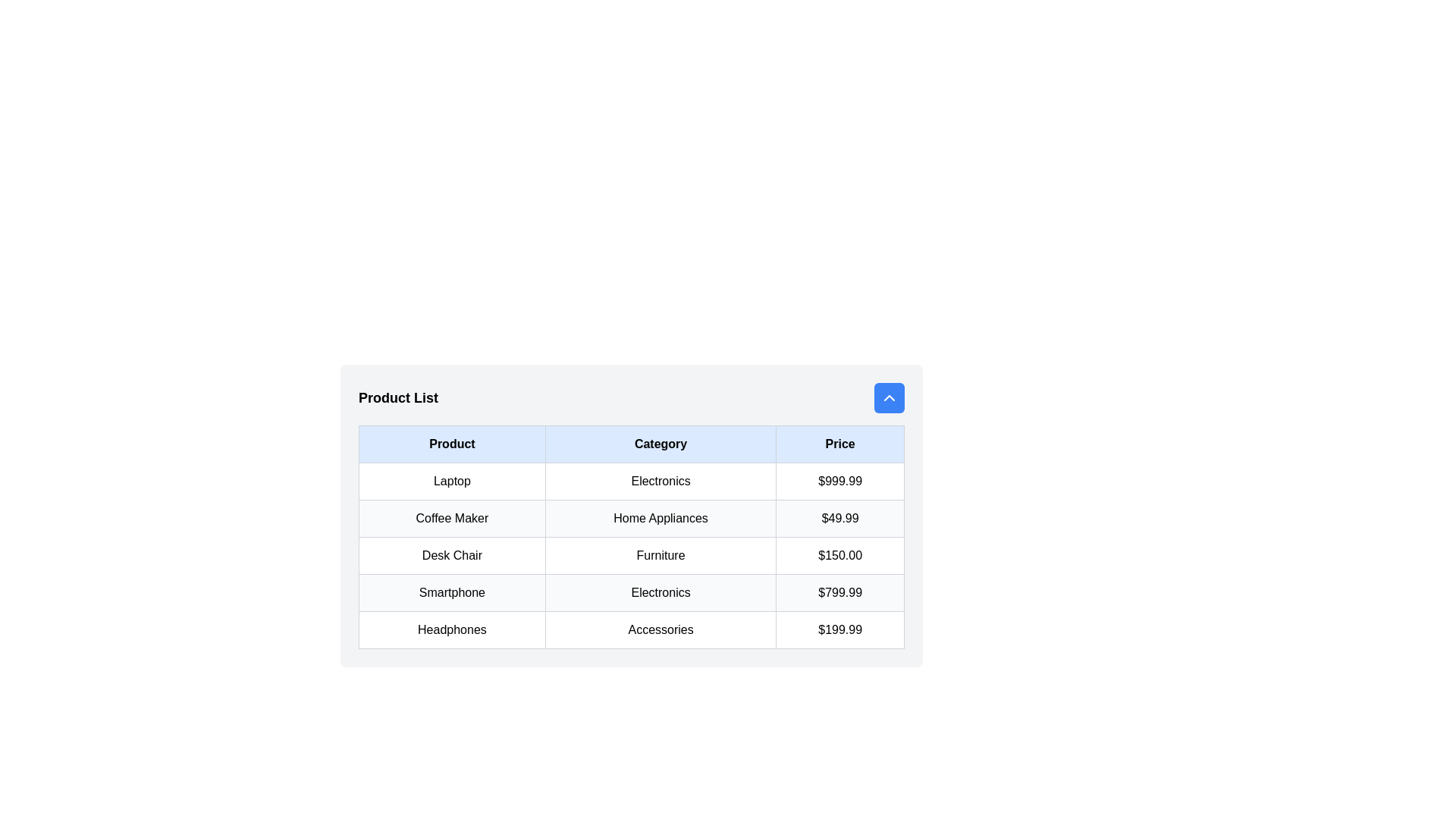  Describe the element at coordinates (661, 517) in the screenshot. I see `text displayed in the second cell of the 'Category' column, which shows 'Home Appliances'` at that location.